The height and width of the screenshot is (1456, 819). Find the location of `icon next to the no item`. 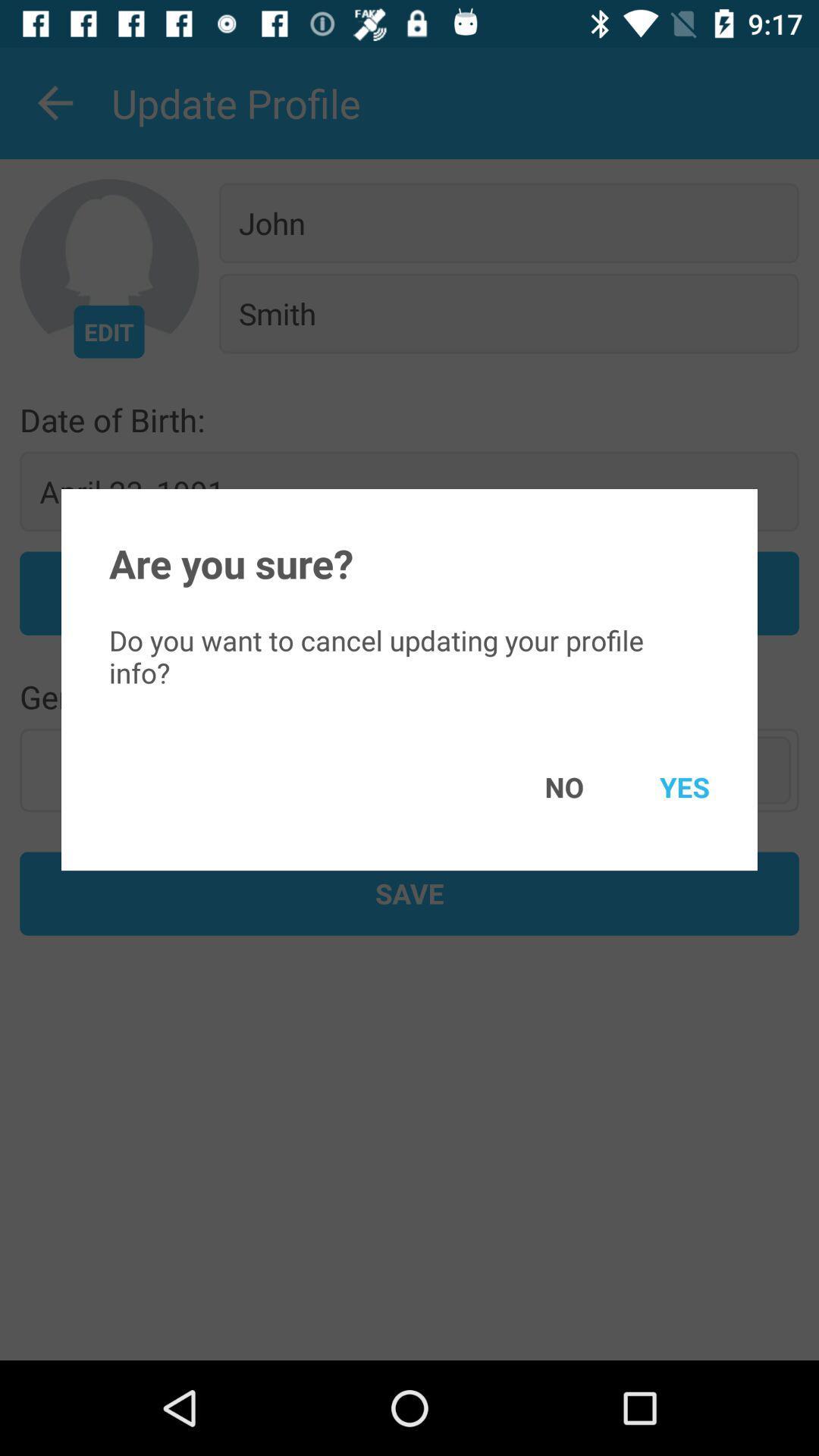

icon next to the no item is located at coordinates (662, 786).